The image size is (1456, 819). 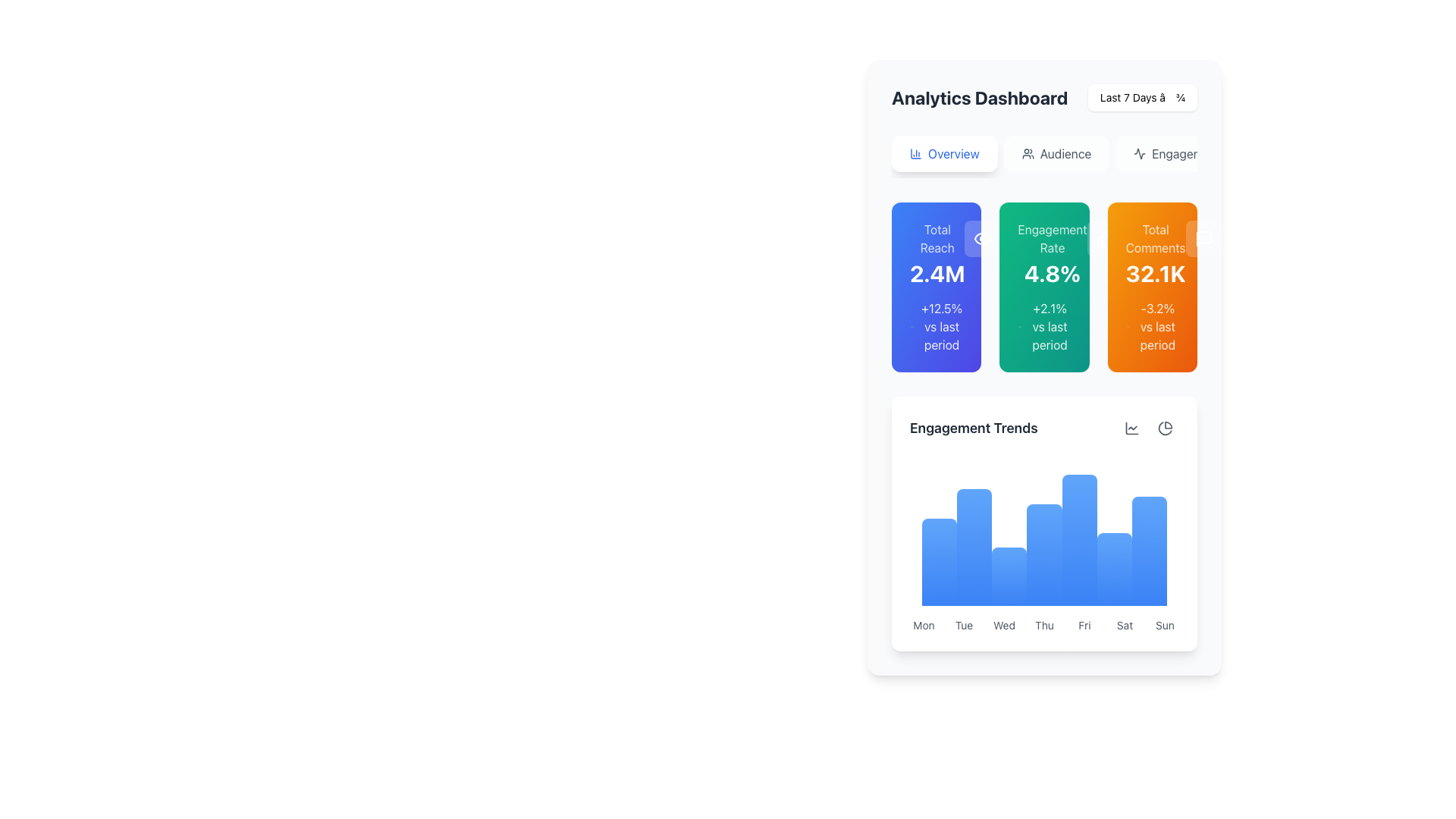 What do you see at coordinates (937, 274) in the screenshot?
I see `the Numeric display field that shows the total reach metric in the analytics dashboard, located beneath the 'Total Reach' label` at bounding box center [937, 274].